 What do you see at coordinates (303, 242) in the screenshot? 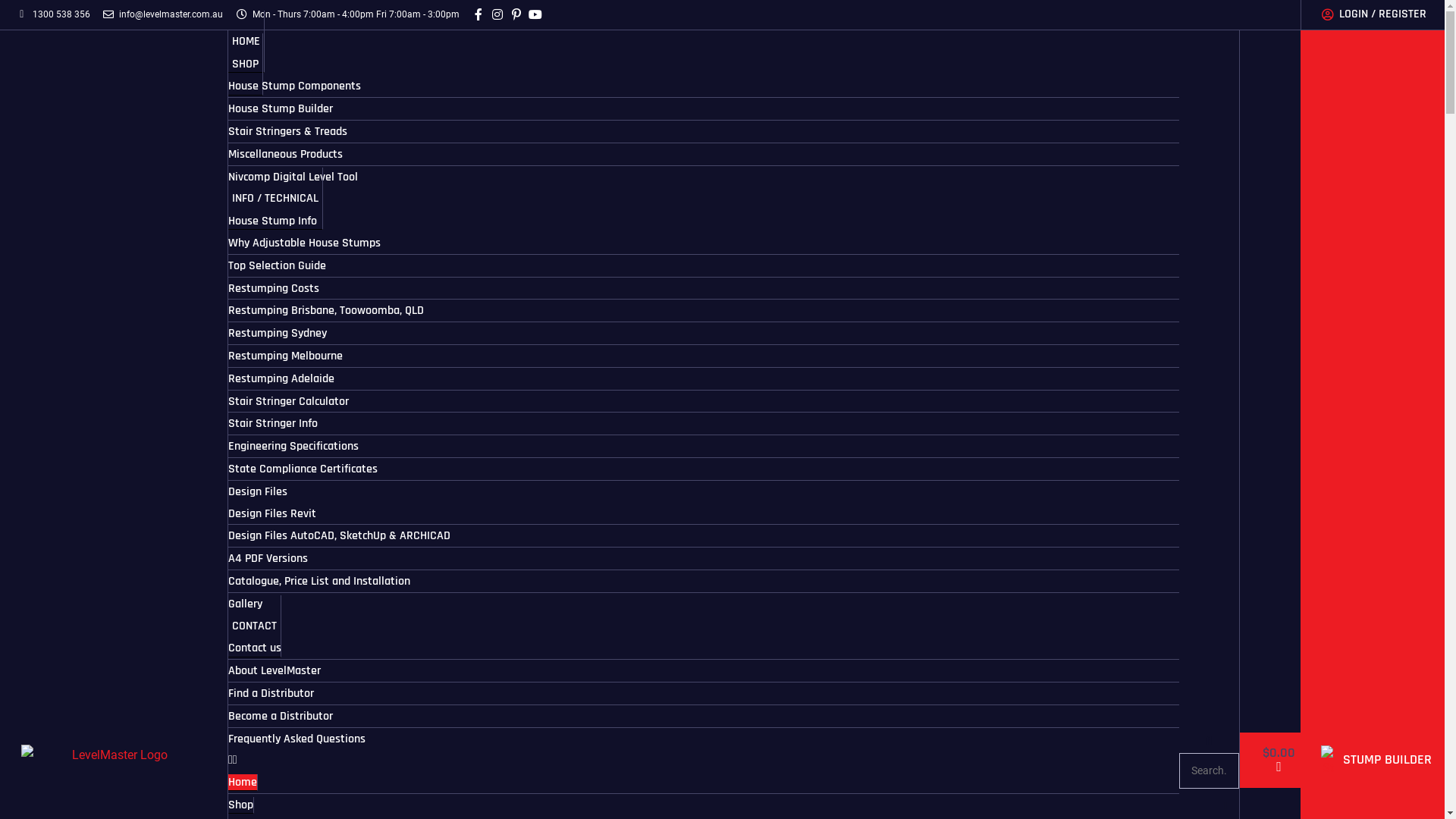
I see `'Why Adjustable House Stumps'` at bounding box center [303, 242].